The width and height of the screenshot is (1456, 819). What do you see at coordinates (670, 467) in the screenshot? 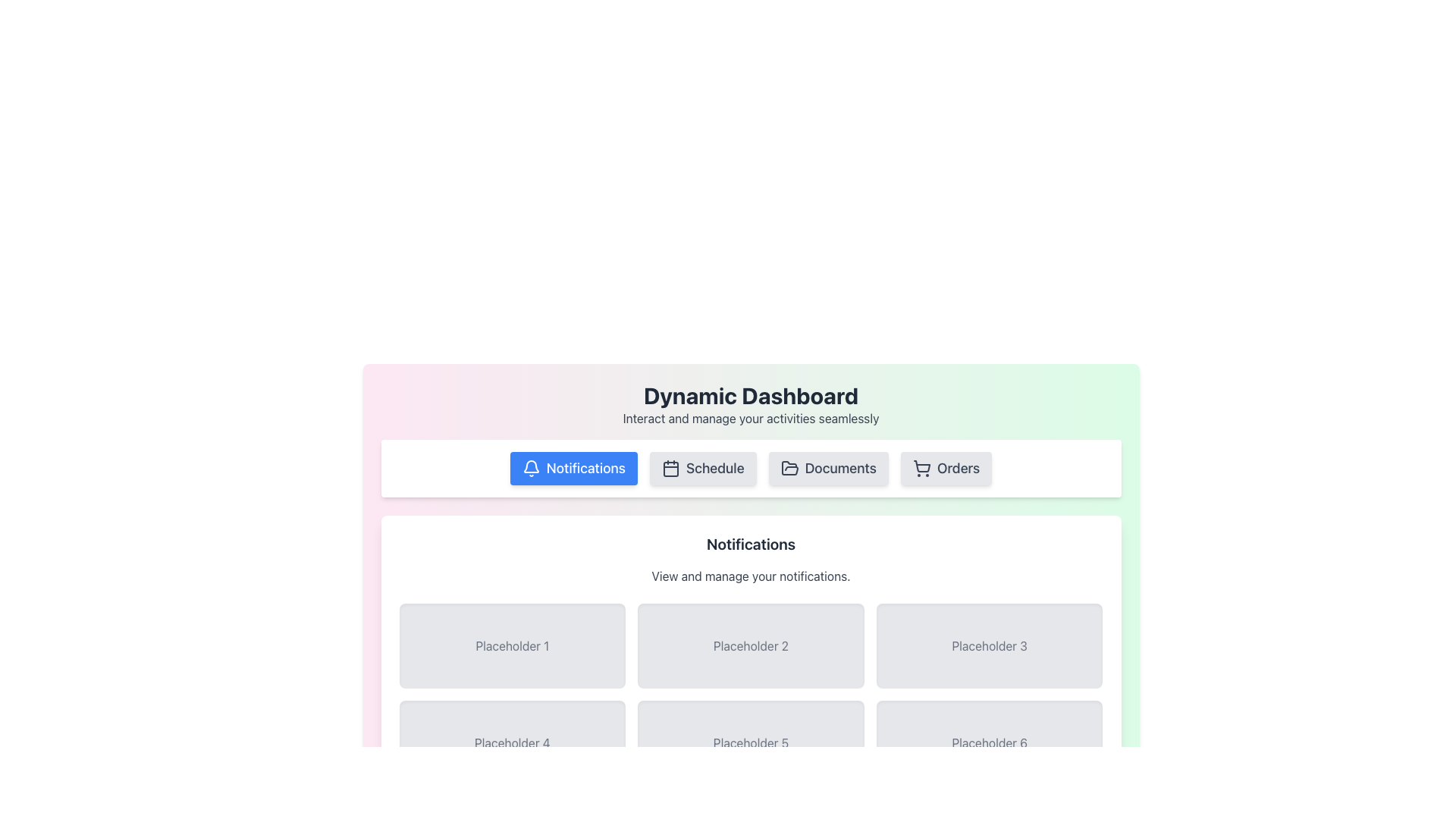
I see `the calendar icon located to the left of the 'Schedule' button in the navigation bar, which features a minimalistic design with a rounded square outline and two vertical bars at the top` at bounding box center [670, 467].